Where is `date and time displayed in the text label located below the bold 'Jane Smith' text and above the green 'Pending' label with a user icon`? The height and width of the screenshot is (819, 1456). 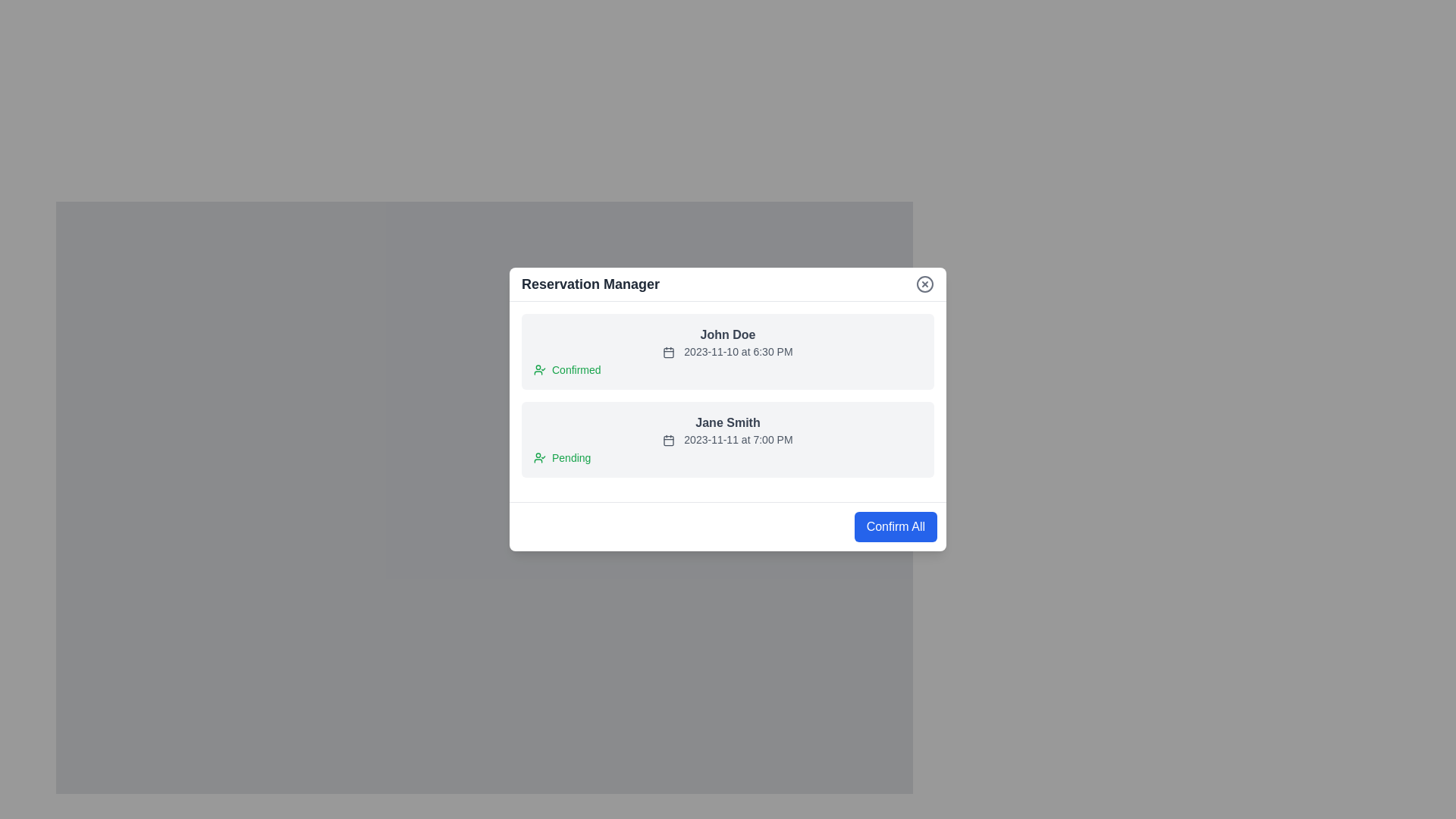
date and time displayed in the text label located below the bold 'Jane Smith' text and above the green 'Pending' label with a user icon is located at coordinates (728, 439).